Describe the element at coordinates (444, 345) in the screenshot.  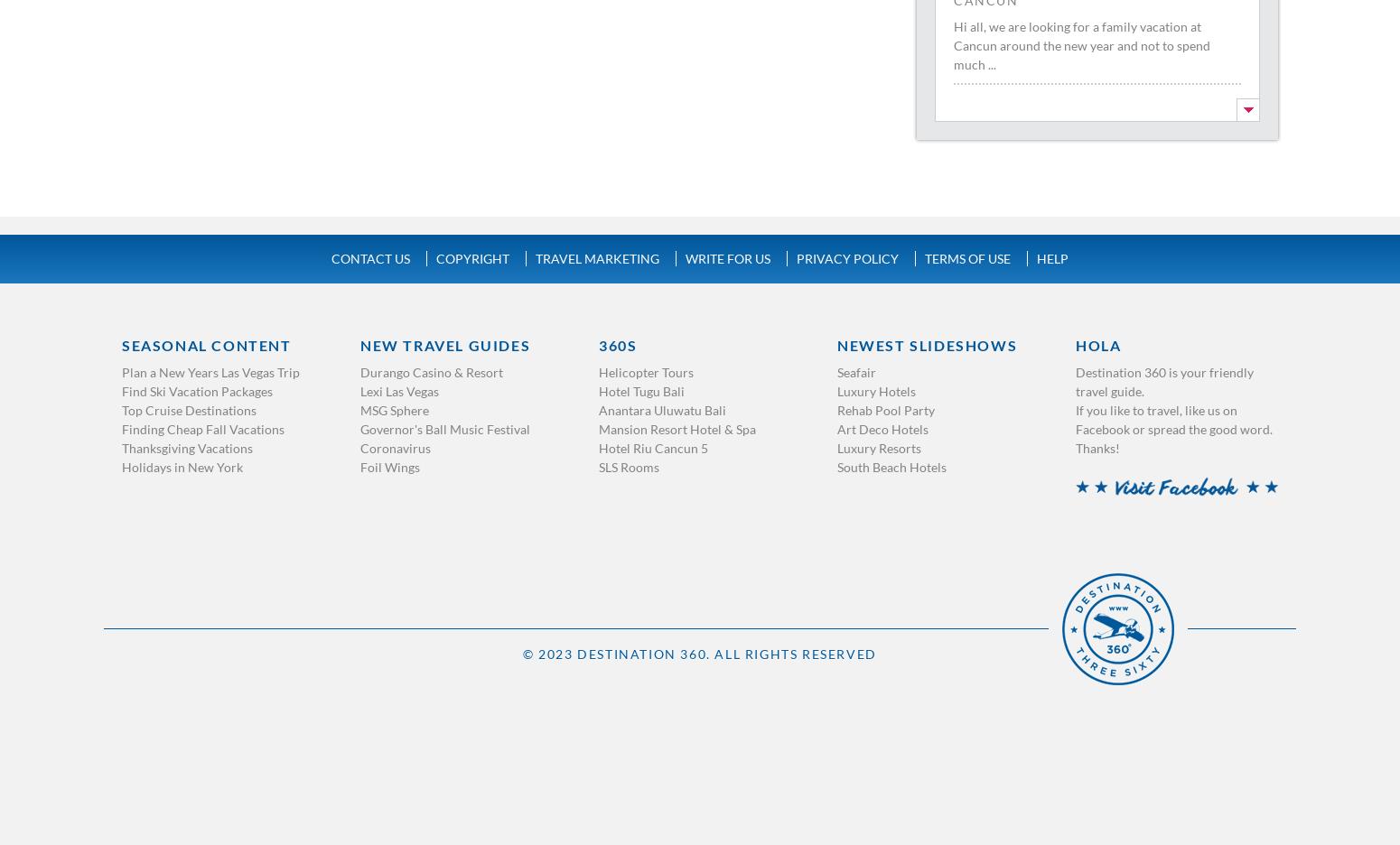
I see `'New Travel Guides'` at that location.